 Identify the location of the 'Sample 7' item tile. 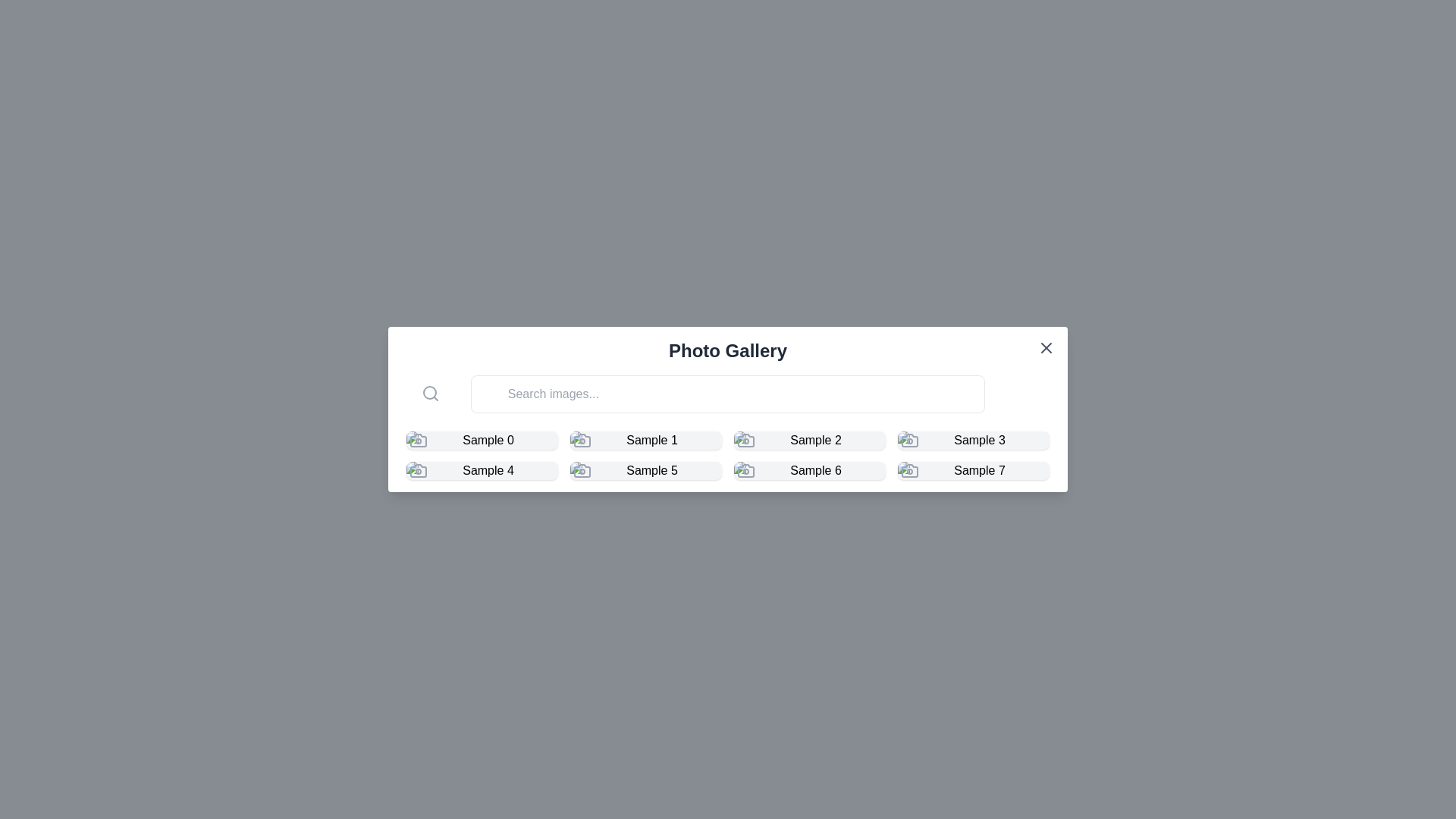
(973, 470).